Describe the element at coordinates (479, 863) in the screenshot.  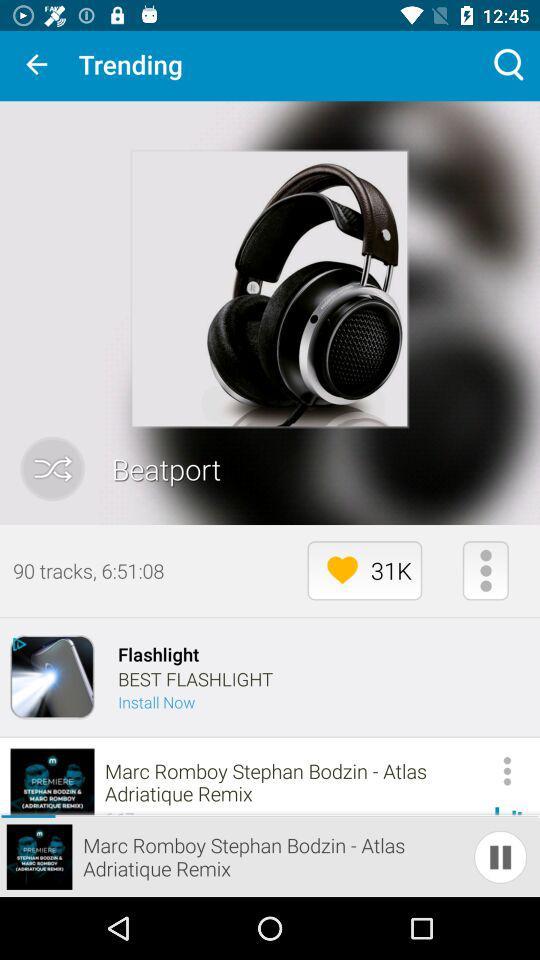
I see `the pause icon` at that location.